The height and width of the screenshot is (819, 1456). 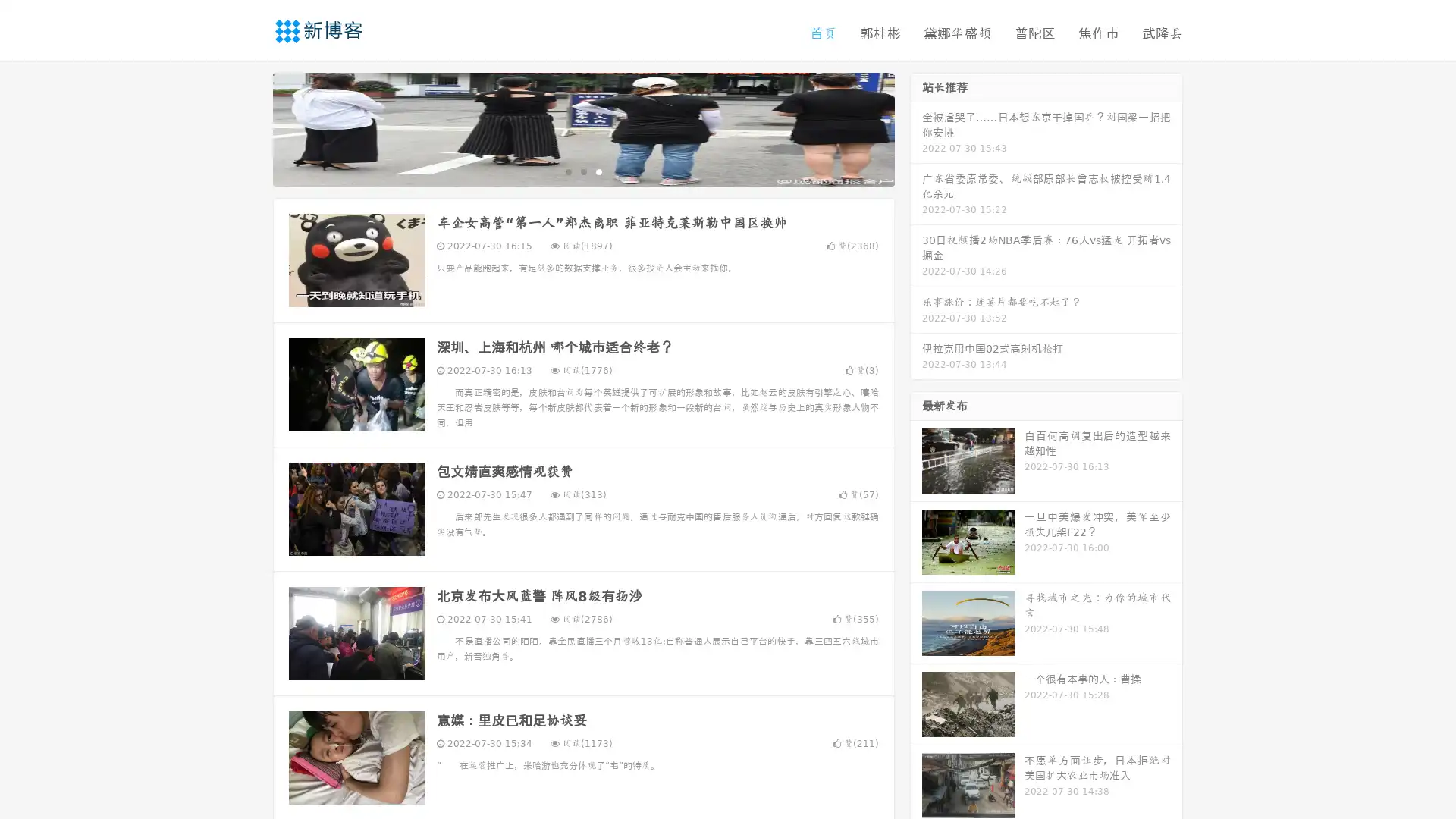 What do you see at coordinates (567, 171) in the screenshot?
I see `Go to slide 1` at bounding box center [567, 171].